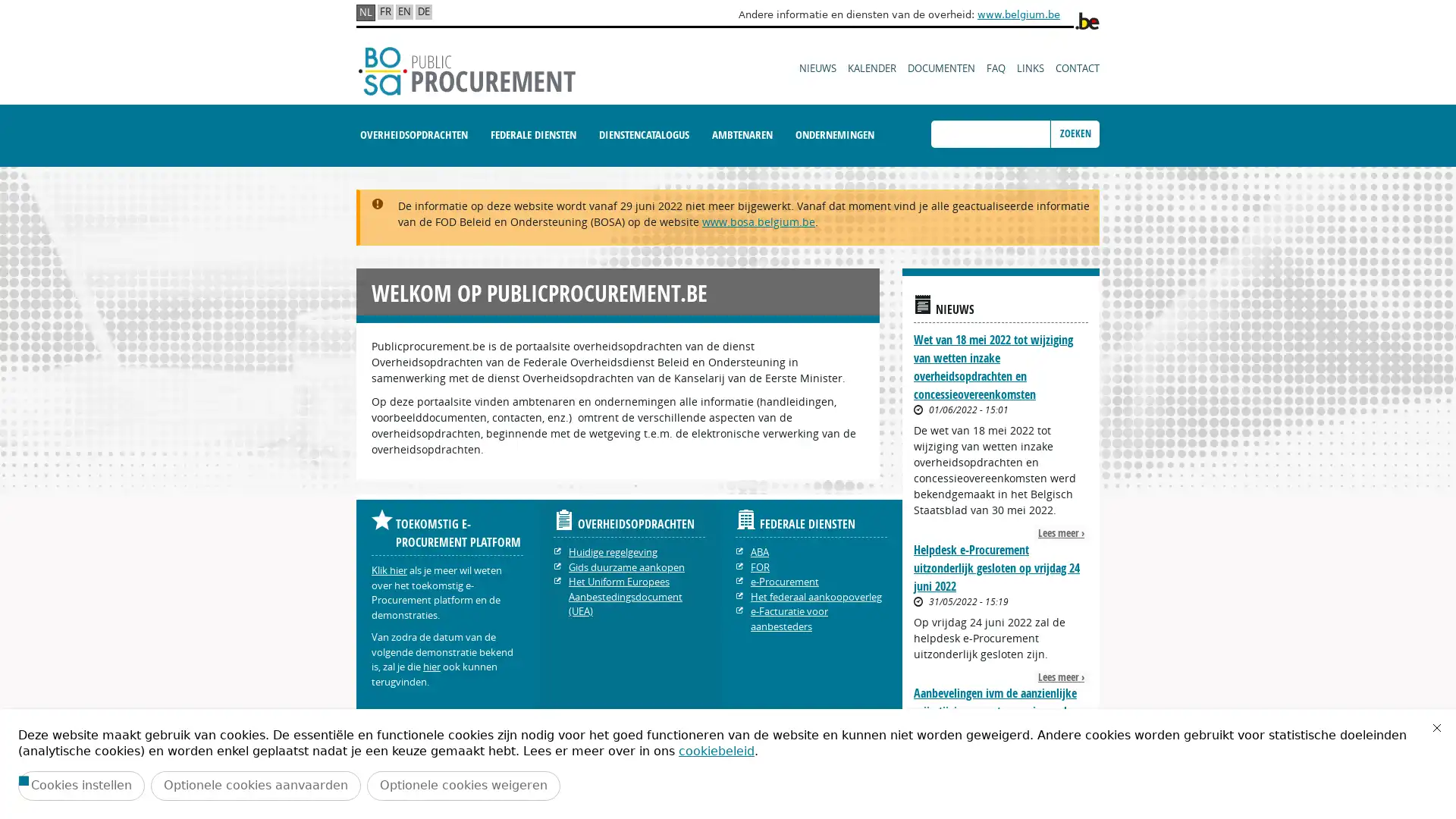  What do you see at coordinates (463, 785) in the screenshot?
I see `Optionele cookies weigeren` at bounding box center [463, 785].